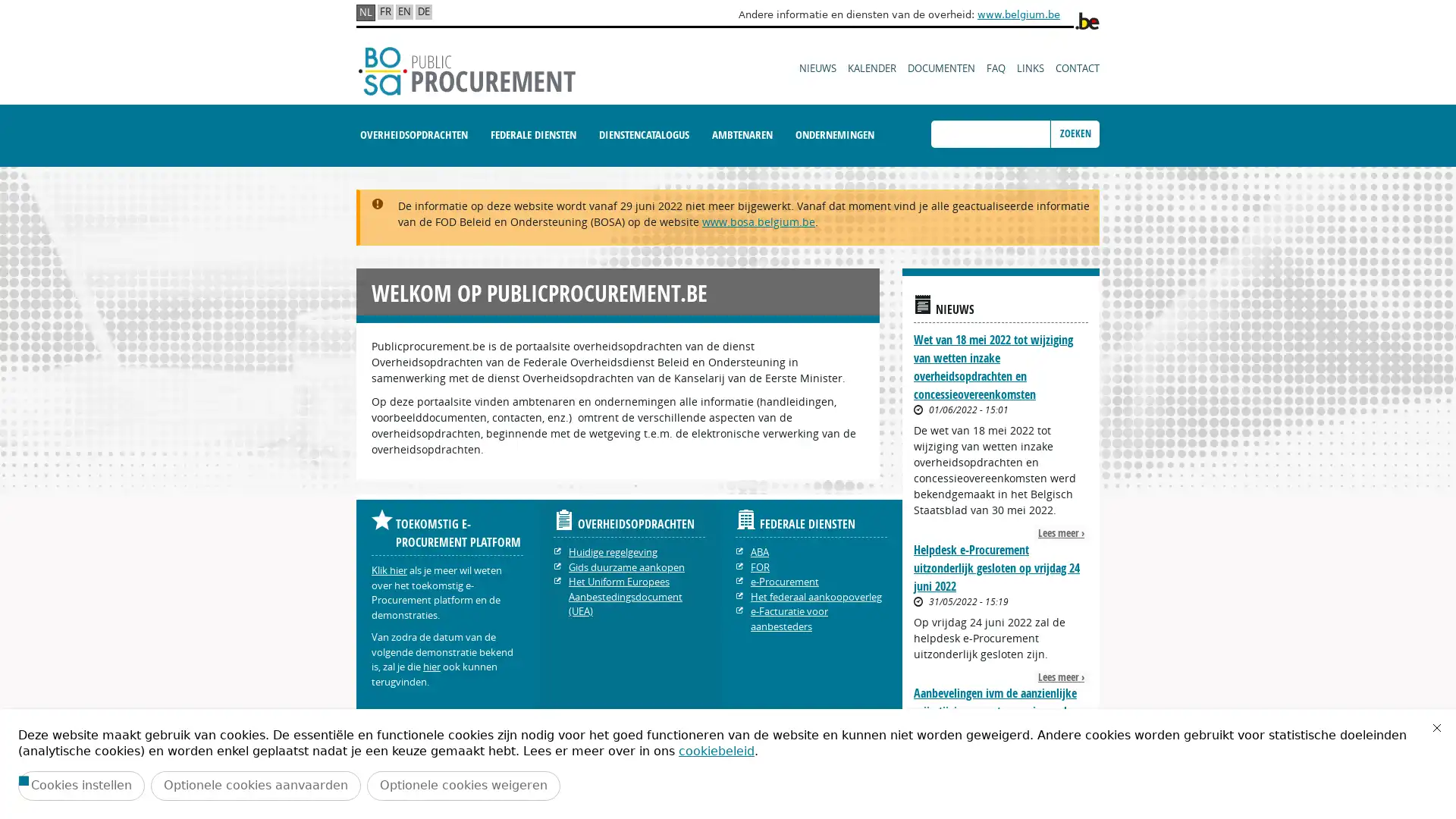  What do you see at coordinates (463, 785) in the screenshot?
I see `Optionele cookies weigeren` at bounding box center [463, 785].